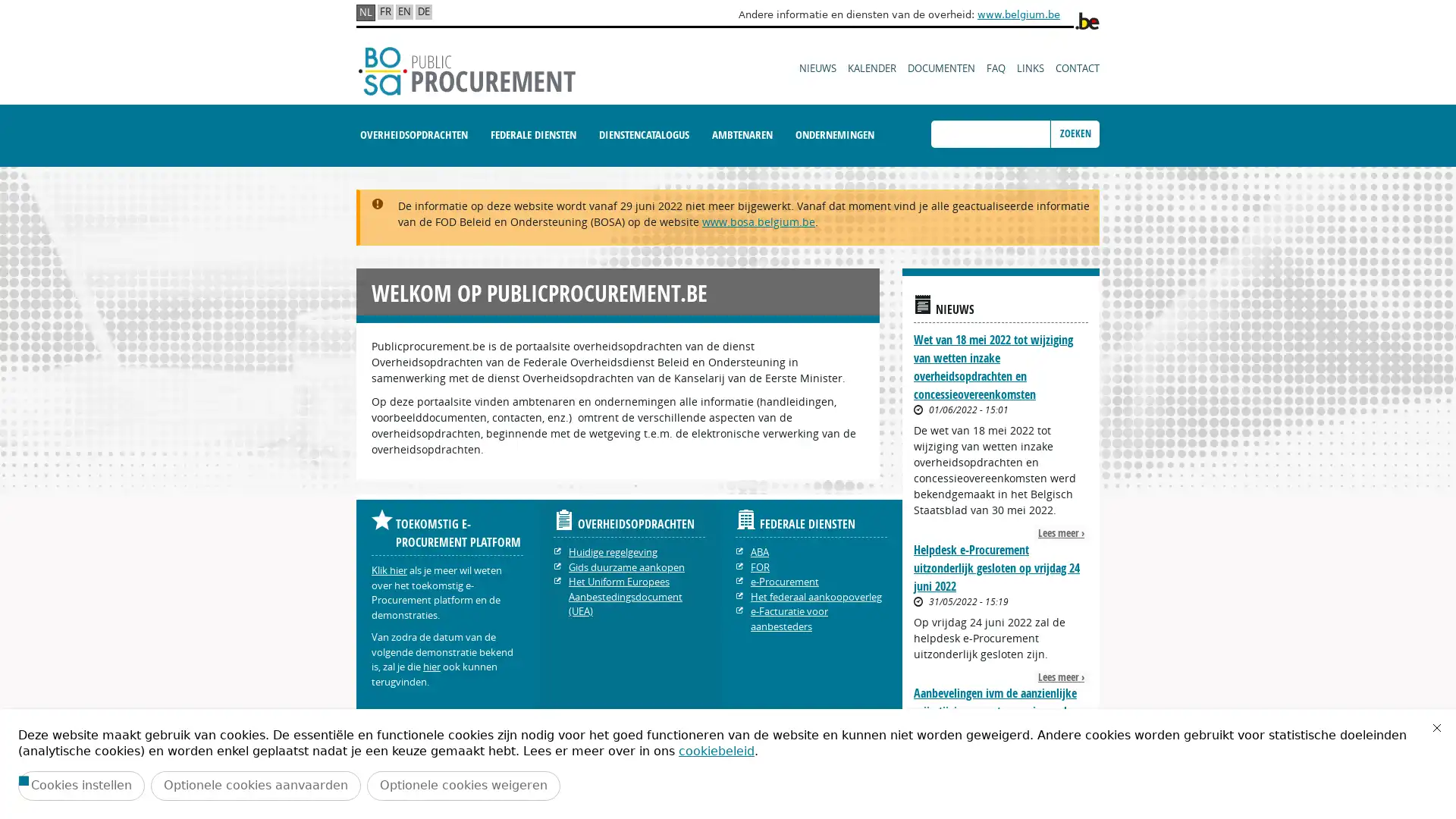  What do you see at coordinates (463, 785) in the screenshot?
I see `Optionele cookies weigeren` at bounding box center [463, 785].